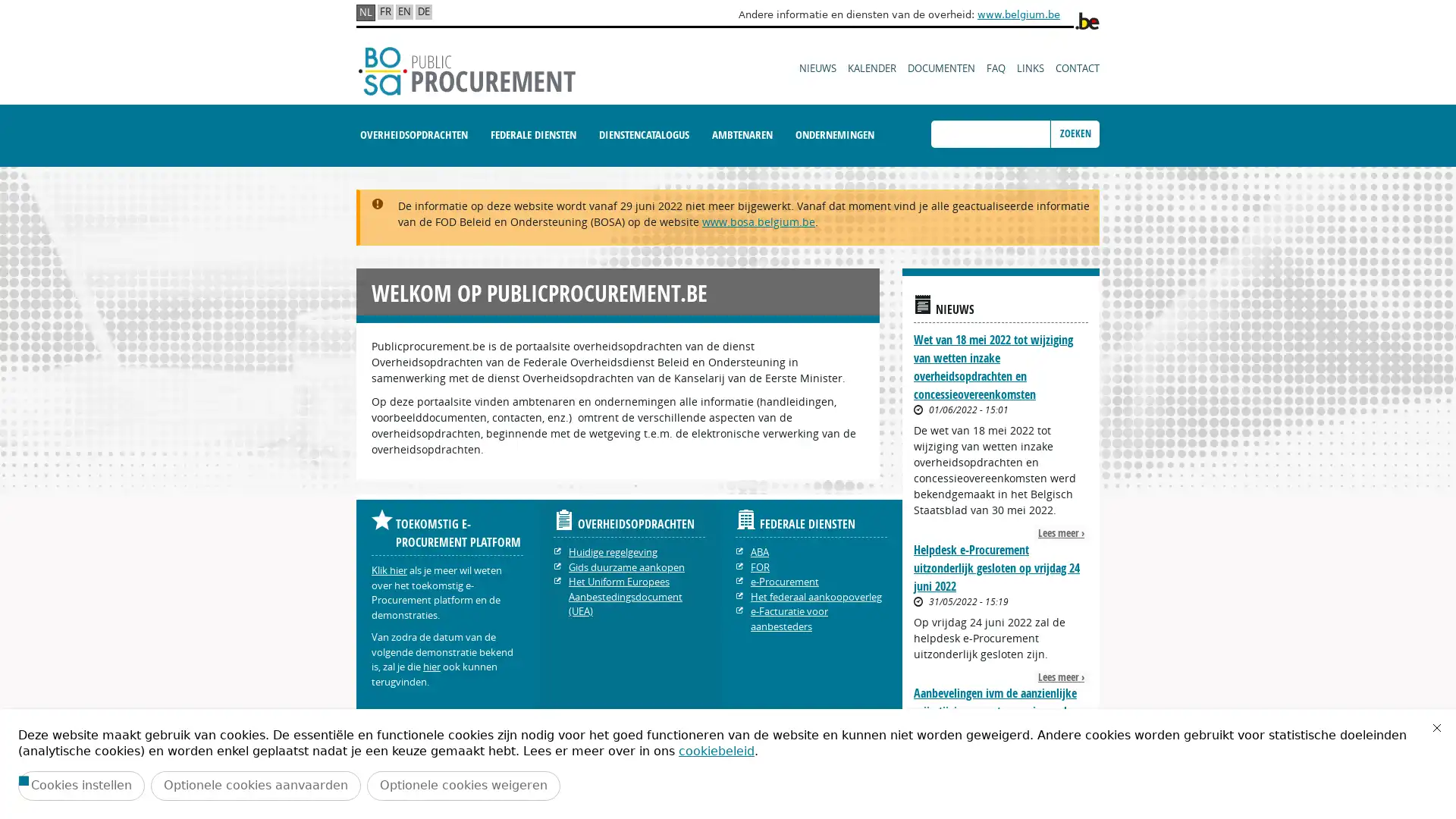  What do you see at coordinates (463, 785) in the screenshot?
I see `Optionele cookies weigeren` at bounding box center [463, 785].